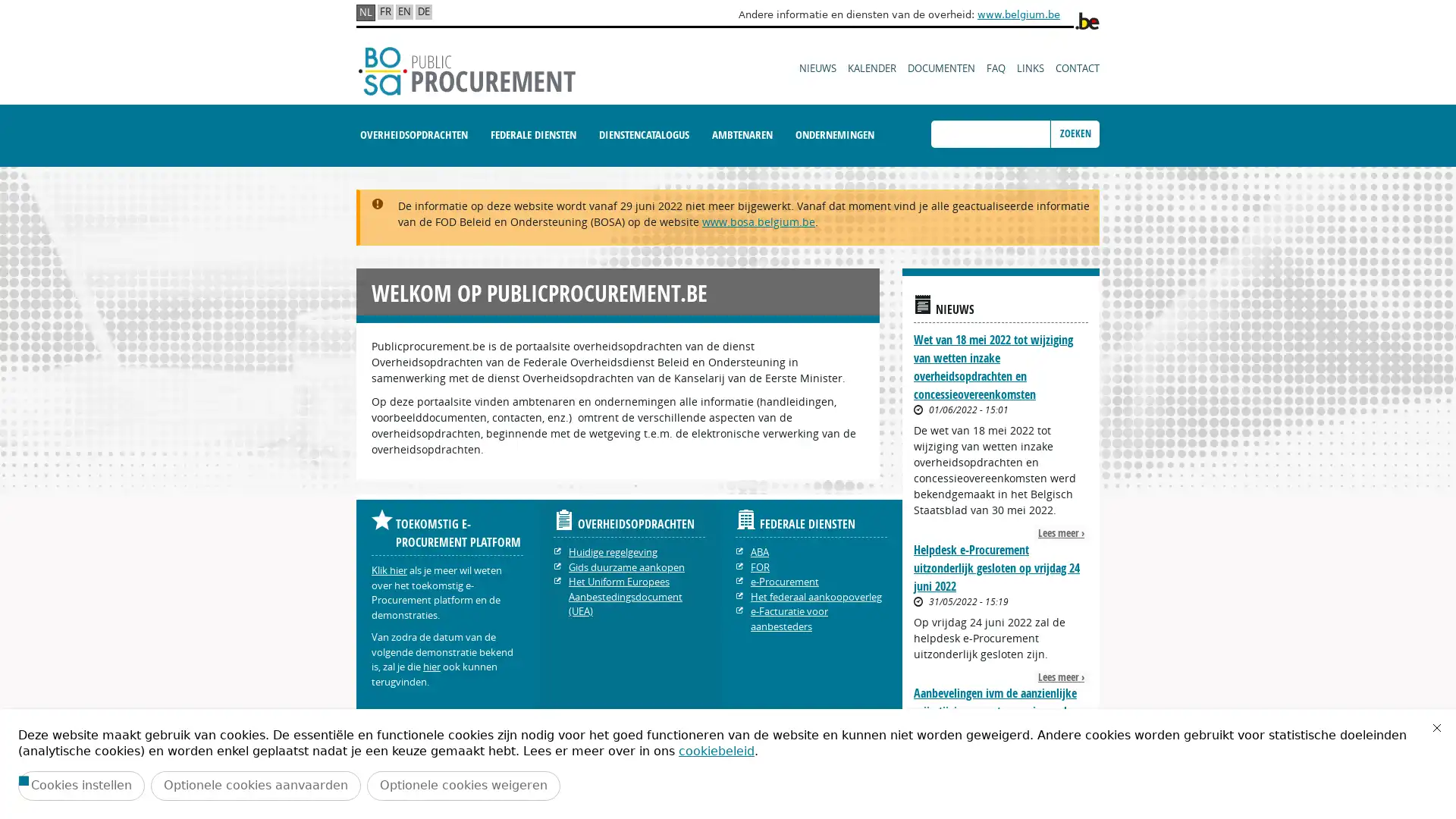  What do you see at coordinates (463, 785) in the screenshot?
I see `Optionele cookies weigeren` at bounding box center [463, 785].